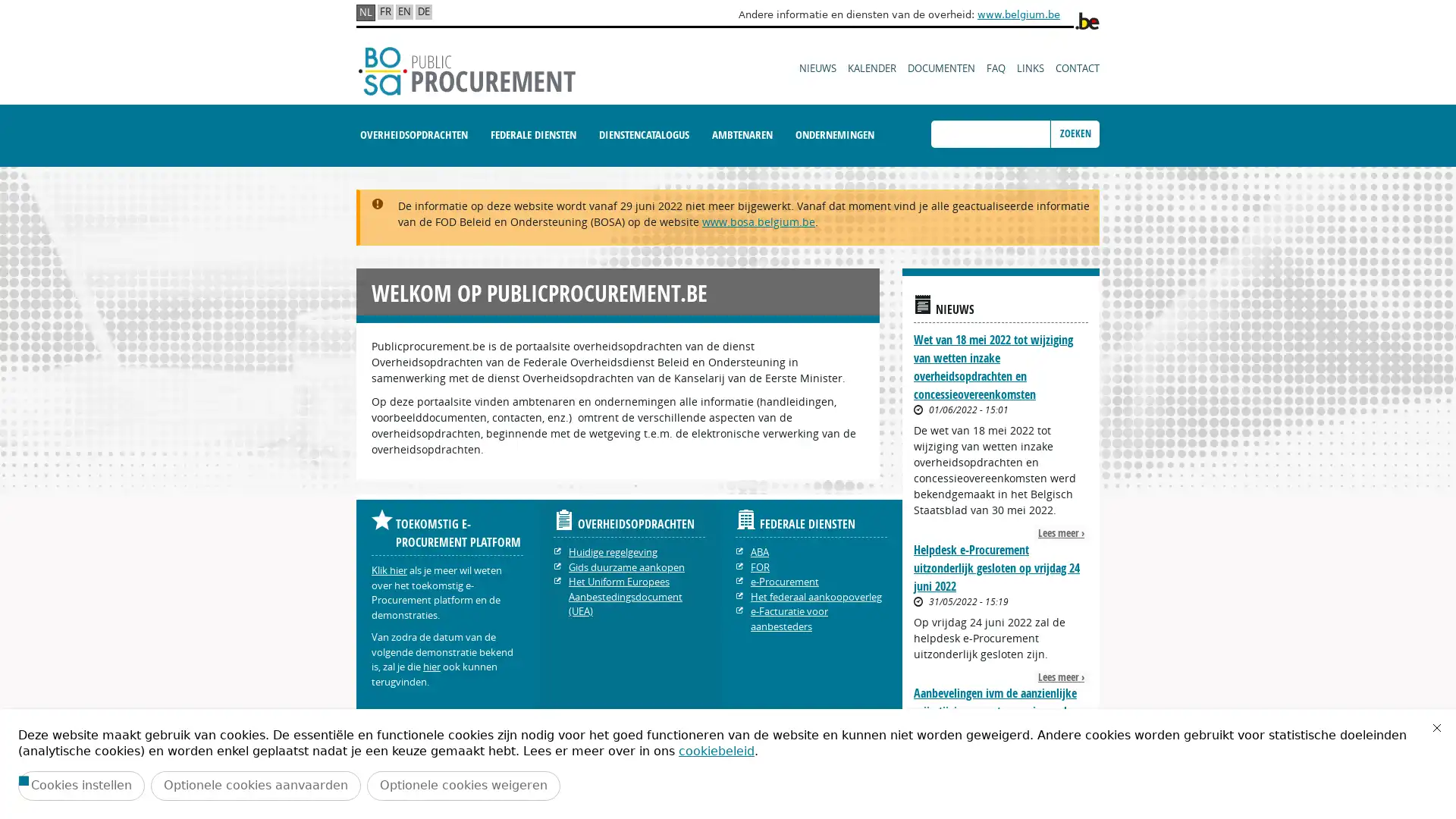  What do you see at coordinates (463, 785) in the screenshot?
I see `Optionele cookies weigeren` at bounding box center [463, 785].